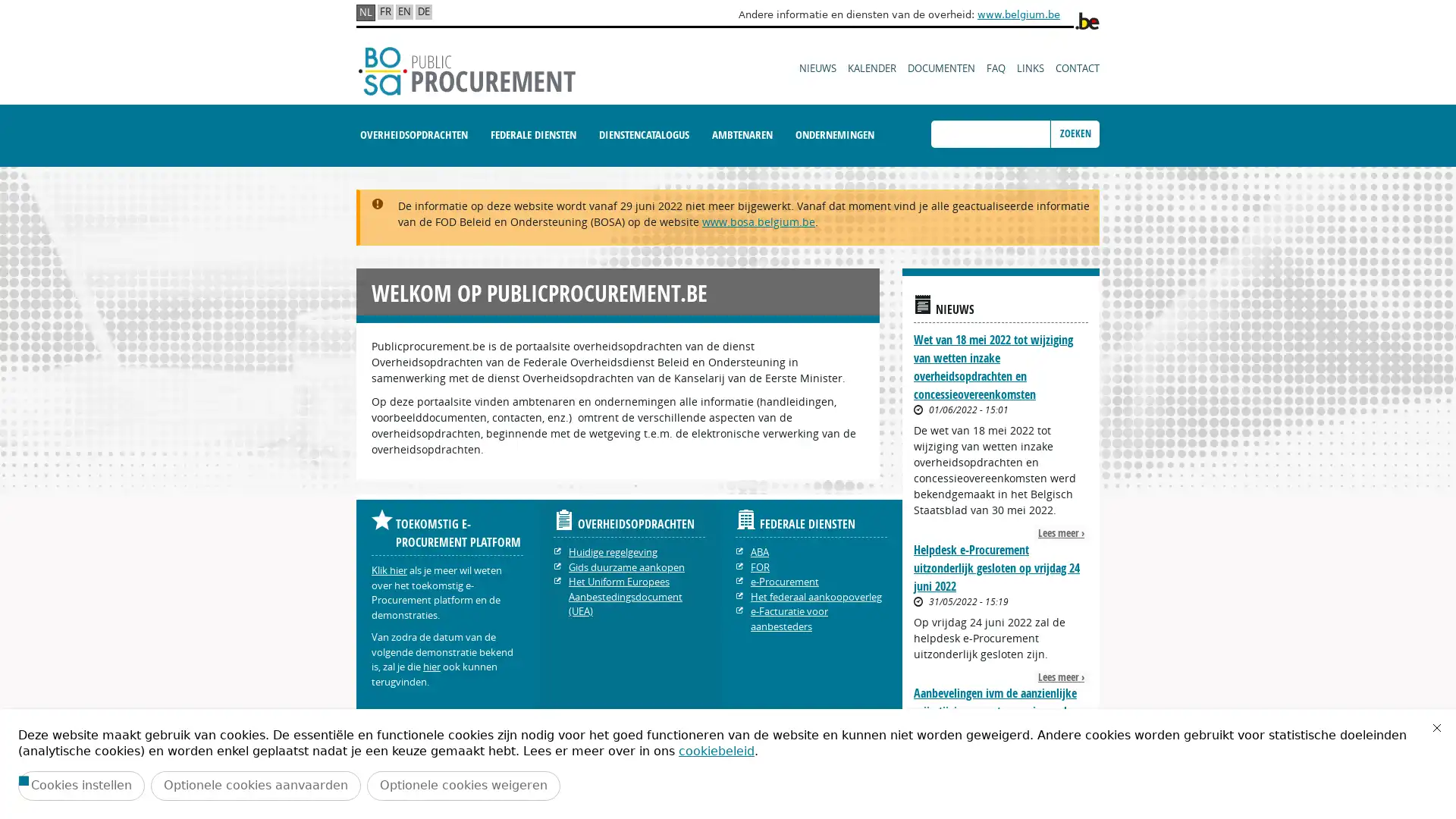  What do you see at coordinates (463, 785) in the screenshot?
I see `Optionele cookies weigeren` at bounding box center [463, 785].